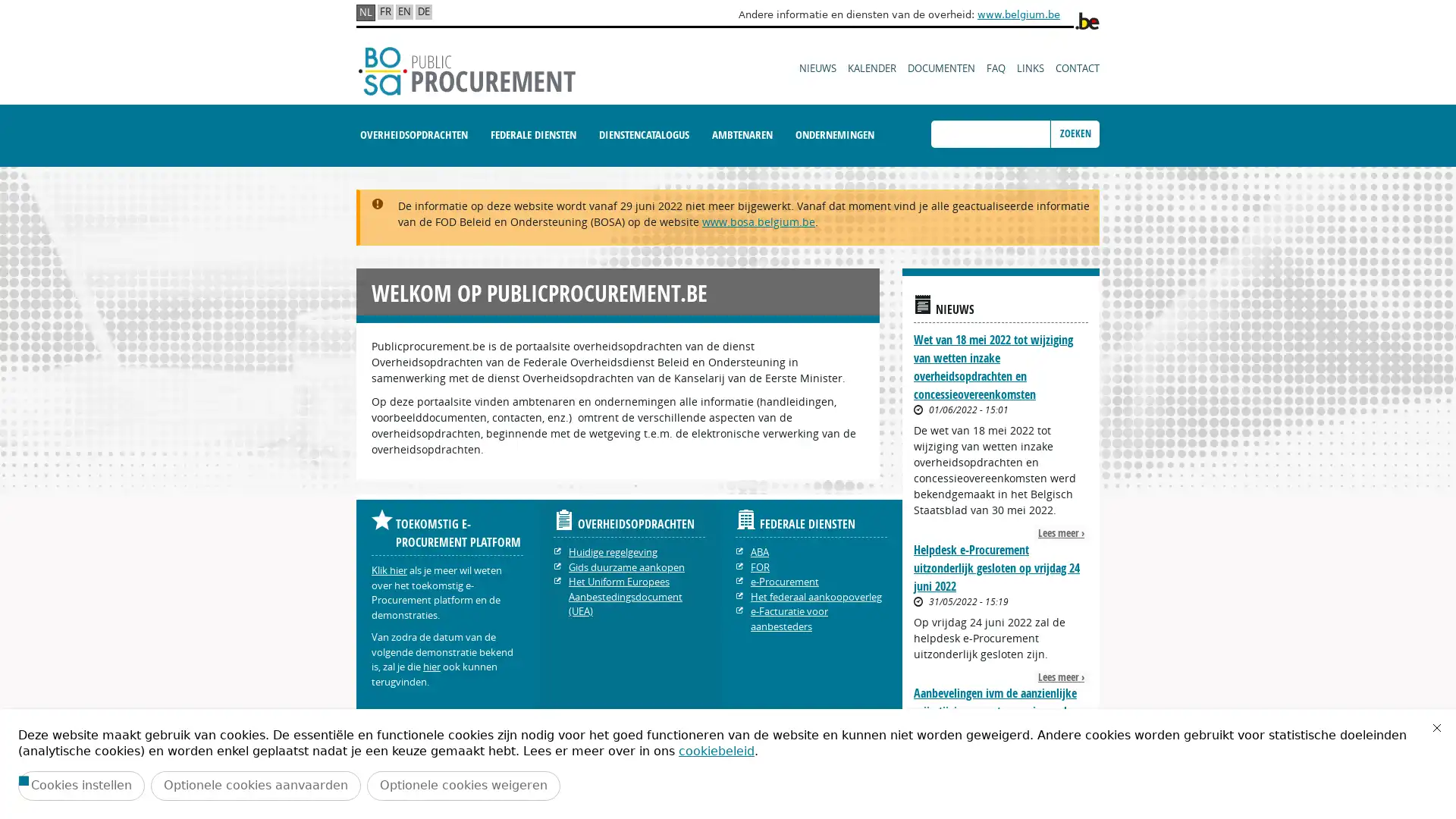  What do you see at coordinates (463, 785) in the screenshot?
I see `Optionele cookies weigeren` at bounding box center [463, 785].